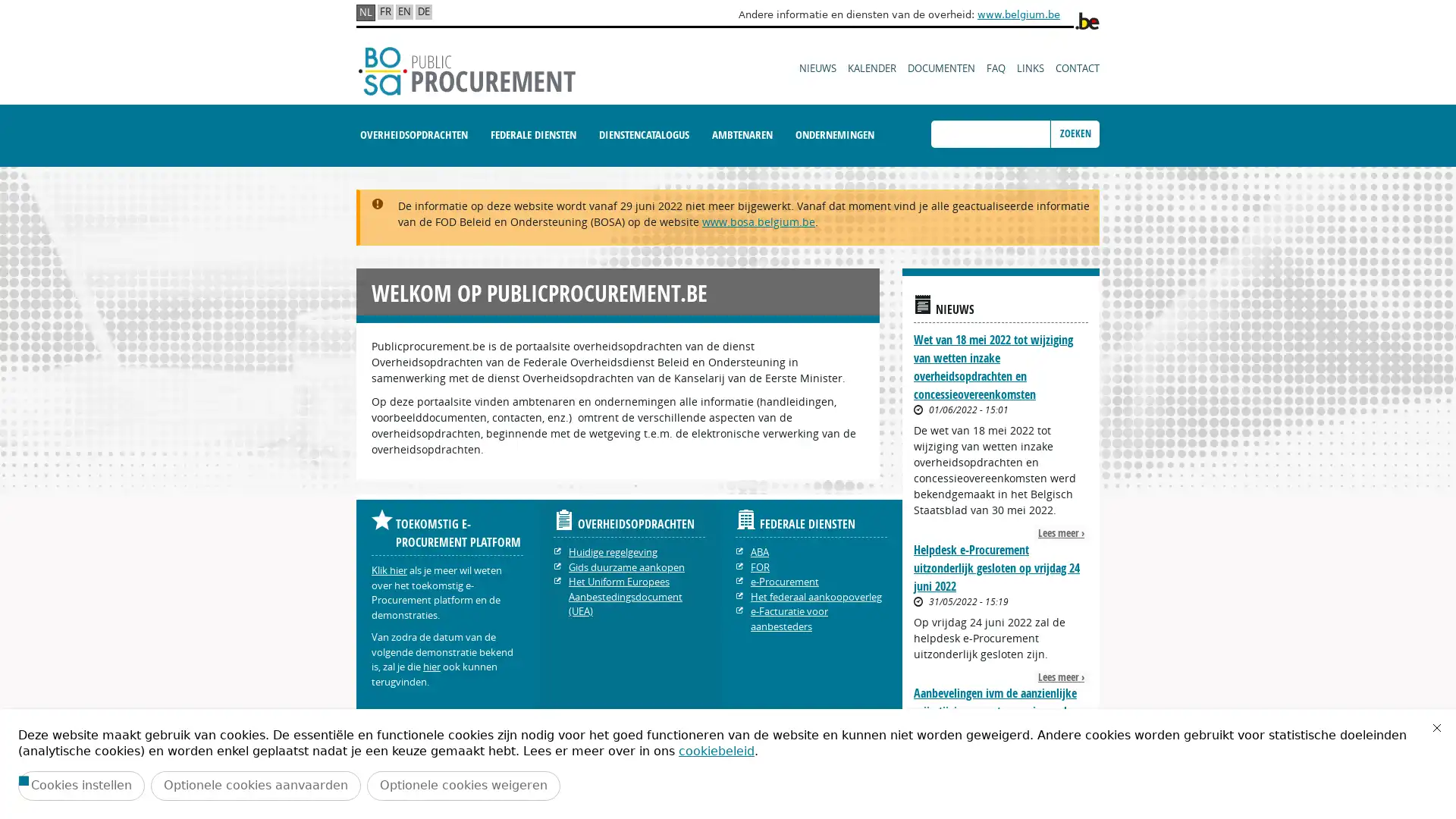  What do you see at coordinates (463, 785) in the screenshot?
I see `Optionele cookies weigeren` at bounding box center [463, 785].